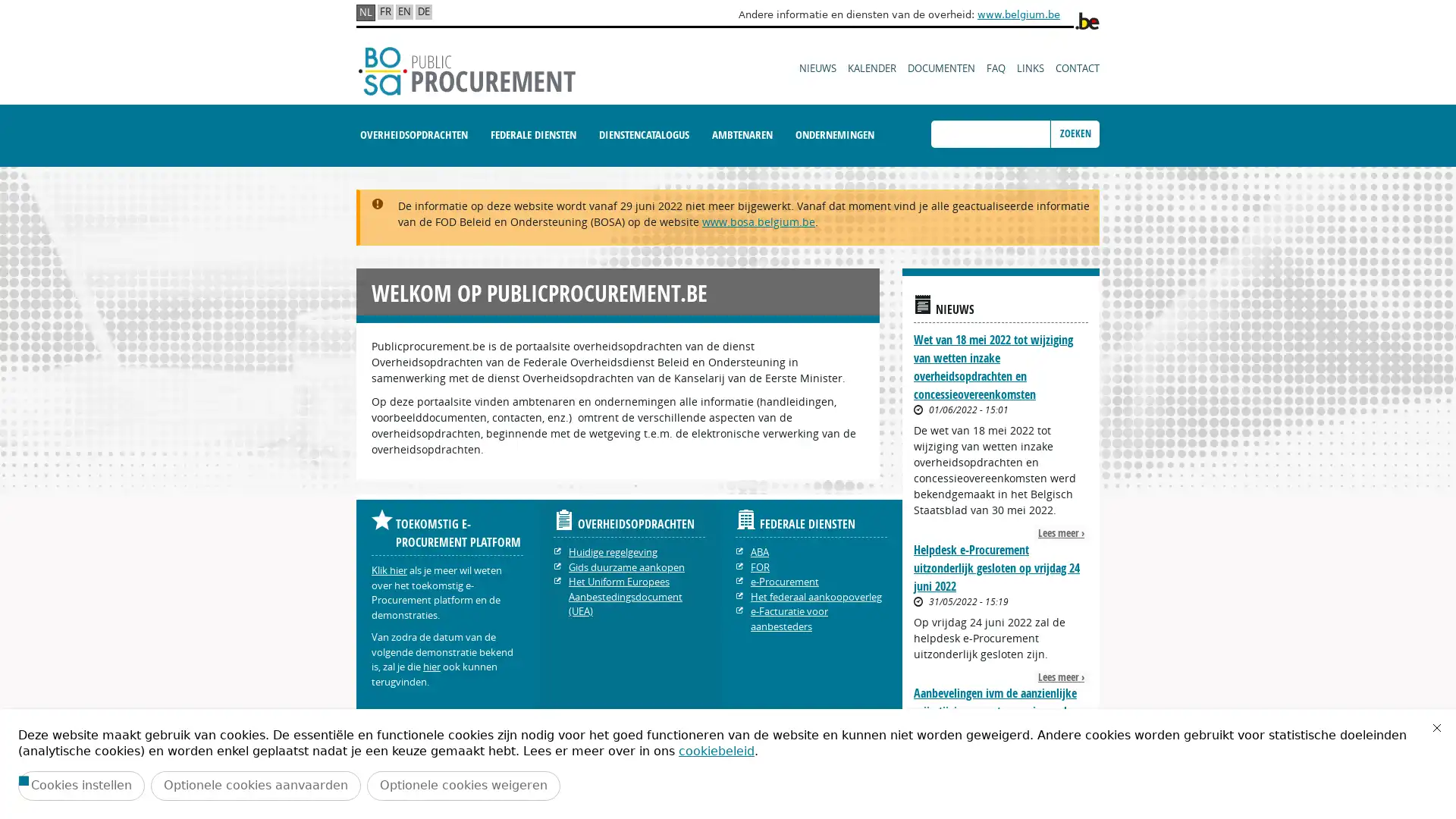  What do you see at coordinates (463, 785) in the screenshot?
I see `Optionele cookies weigeren` at bounding box center [463, 785].